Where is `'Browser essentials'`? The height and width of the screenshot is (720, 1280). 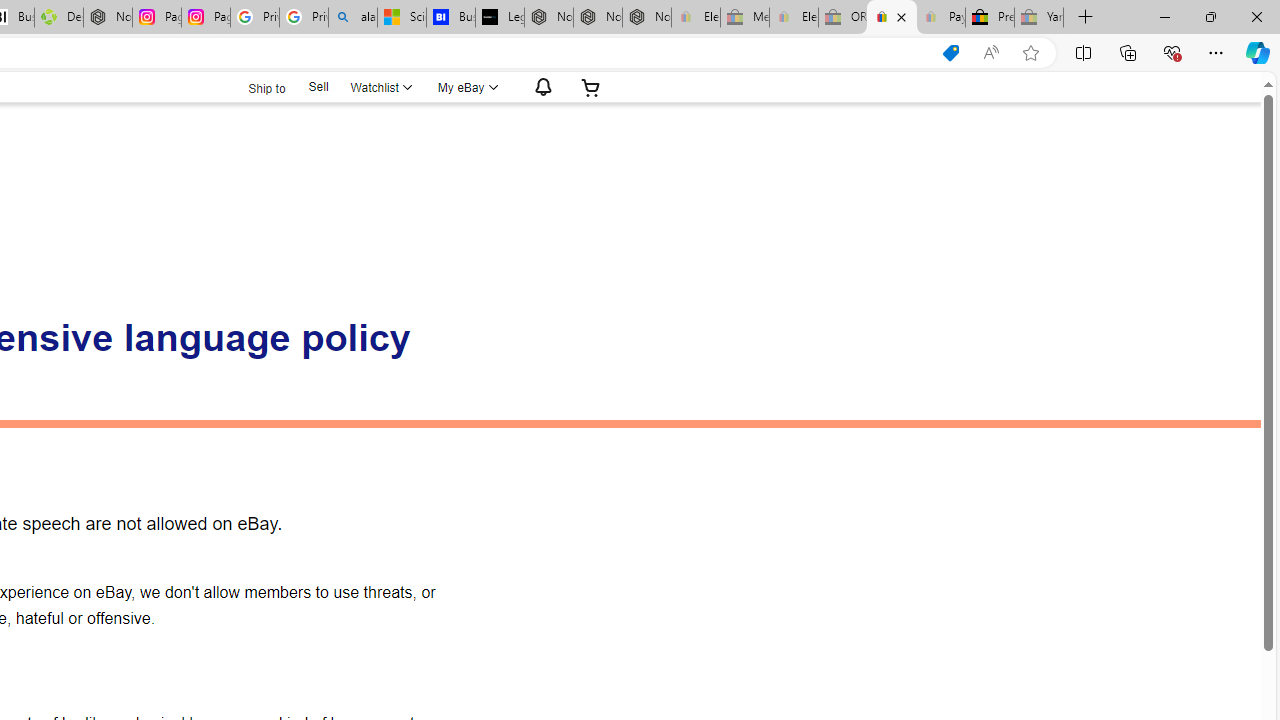 'Browser essentials' is located at coordinates (1171, 51).